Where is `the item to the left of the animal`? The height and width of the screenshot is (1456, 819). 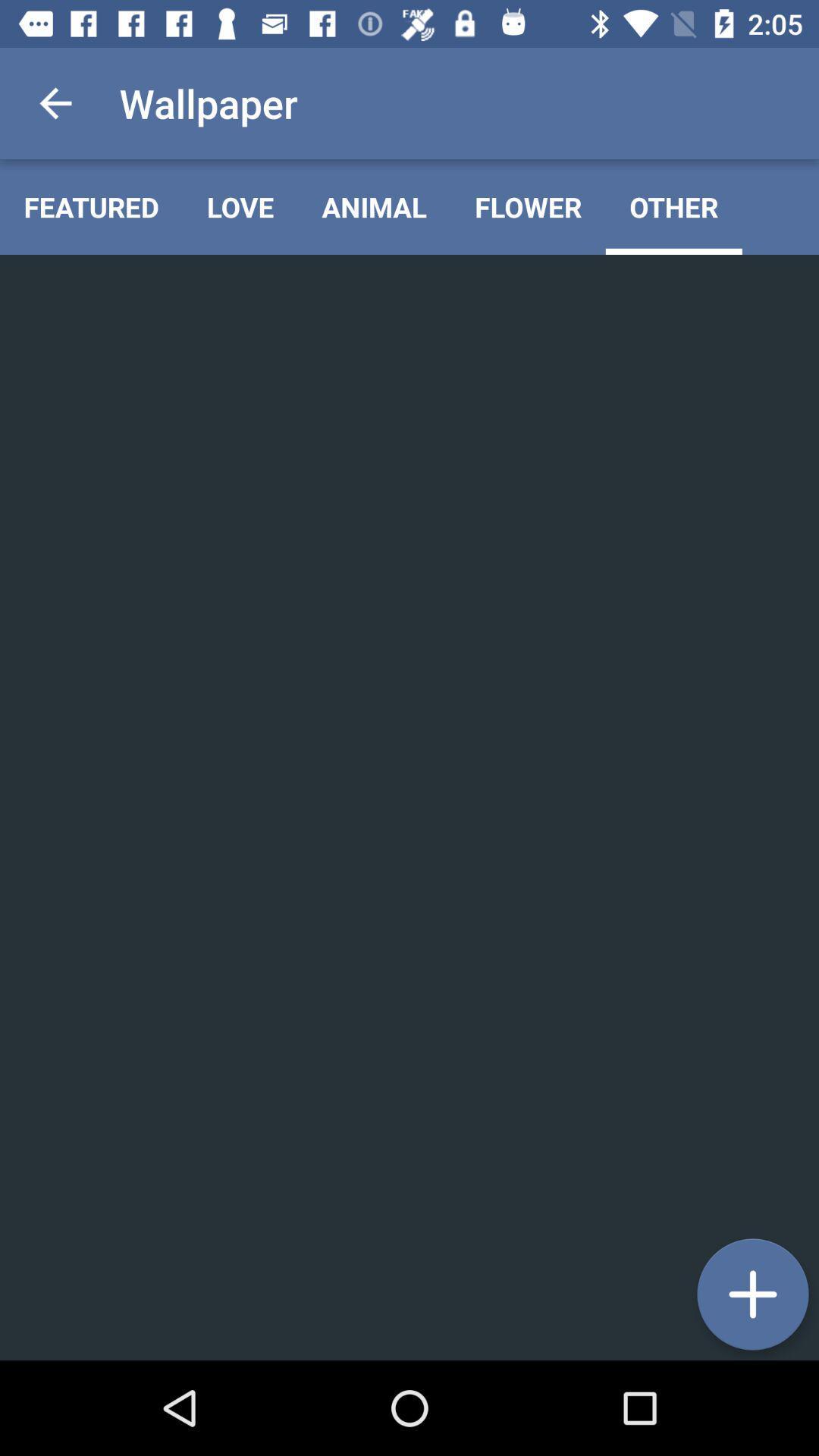 the item to the left of the animal is located at coordinates (240, 206).